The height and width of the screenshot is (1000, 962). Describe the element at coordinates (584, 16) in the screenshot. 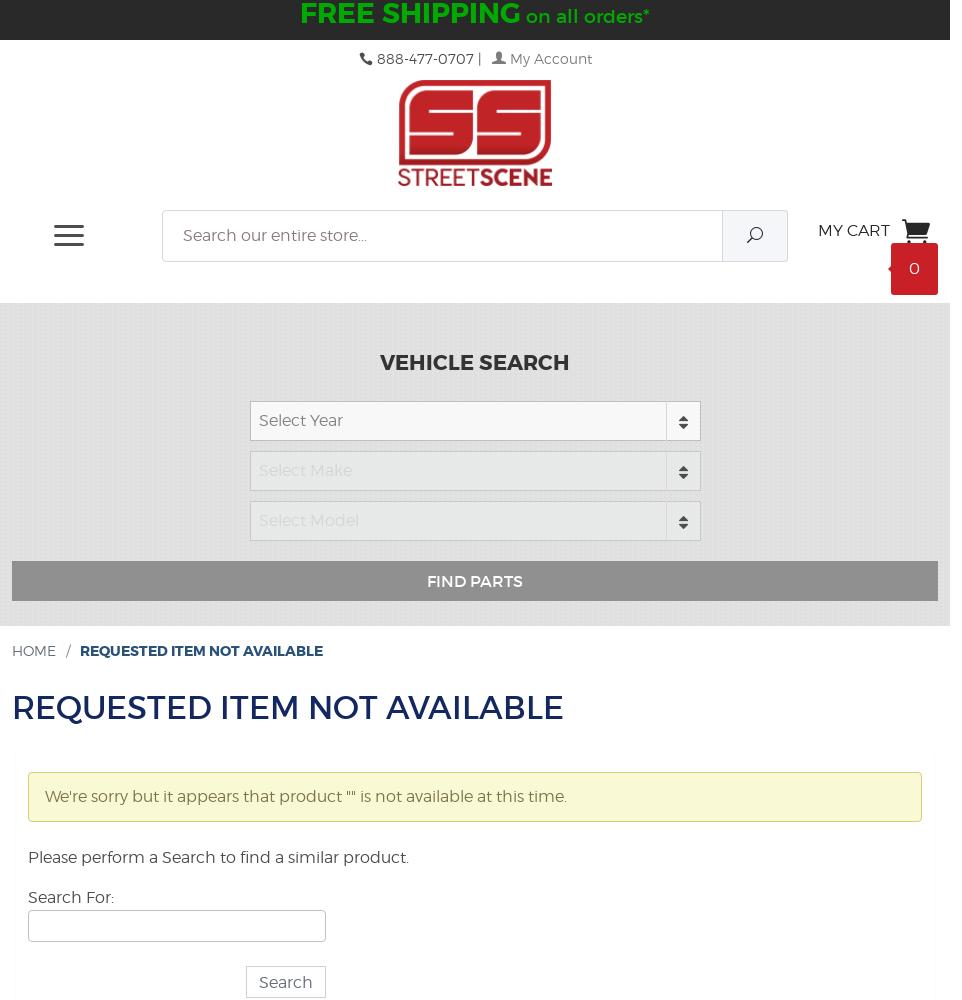

I see `'on all orders*'` at that location.